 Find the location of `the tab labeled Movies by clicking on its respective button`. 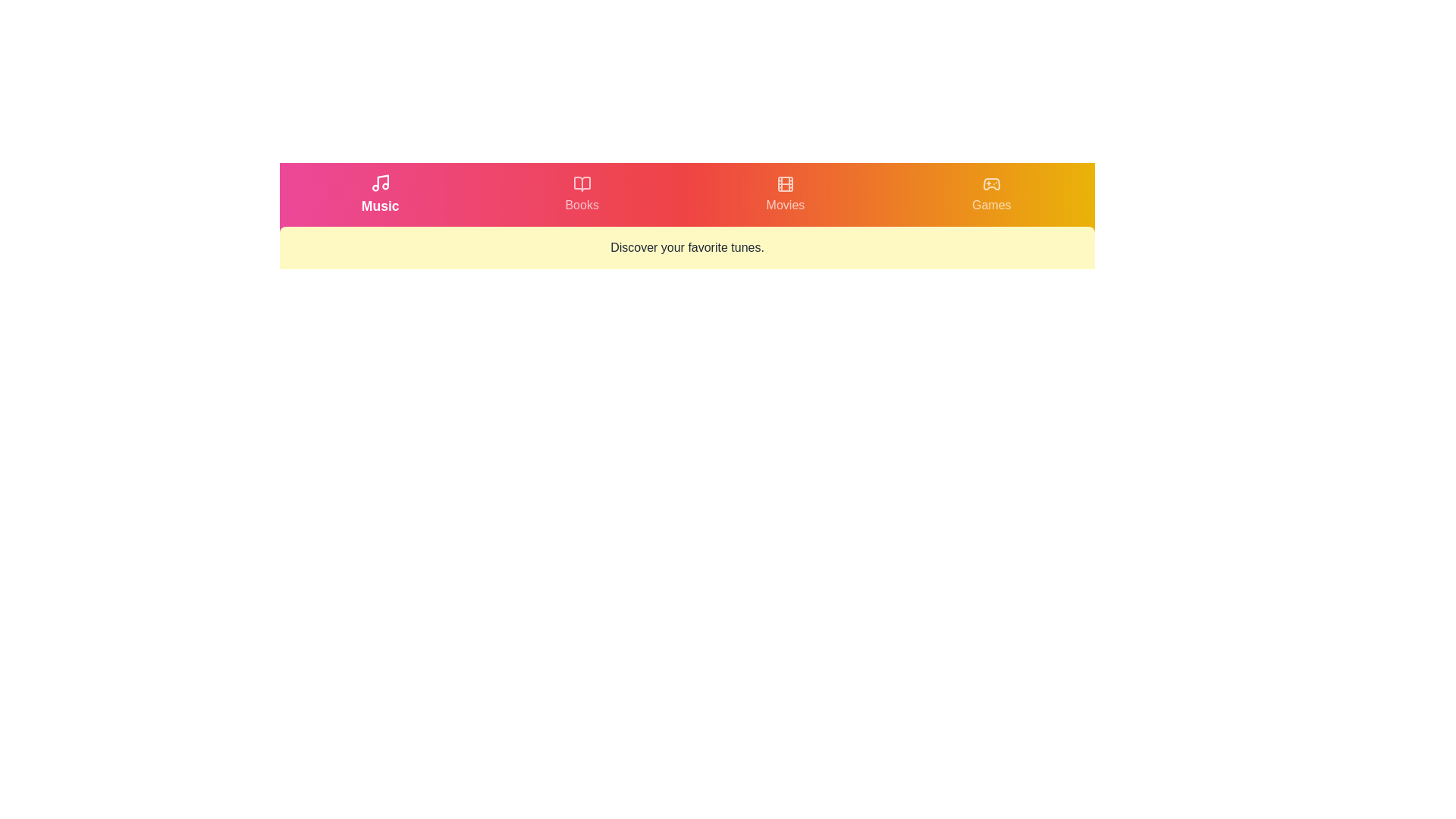

the tab labeled Movies by clicking on its respective button is located at coordinates (786, 194).